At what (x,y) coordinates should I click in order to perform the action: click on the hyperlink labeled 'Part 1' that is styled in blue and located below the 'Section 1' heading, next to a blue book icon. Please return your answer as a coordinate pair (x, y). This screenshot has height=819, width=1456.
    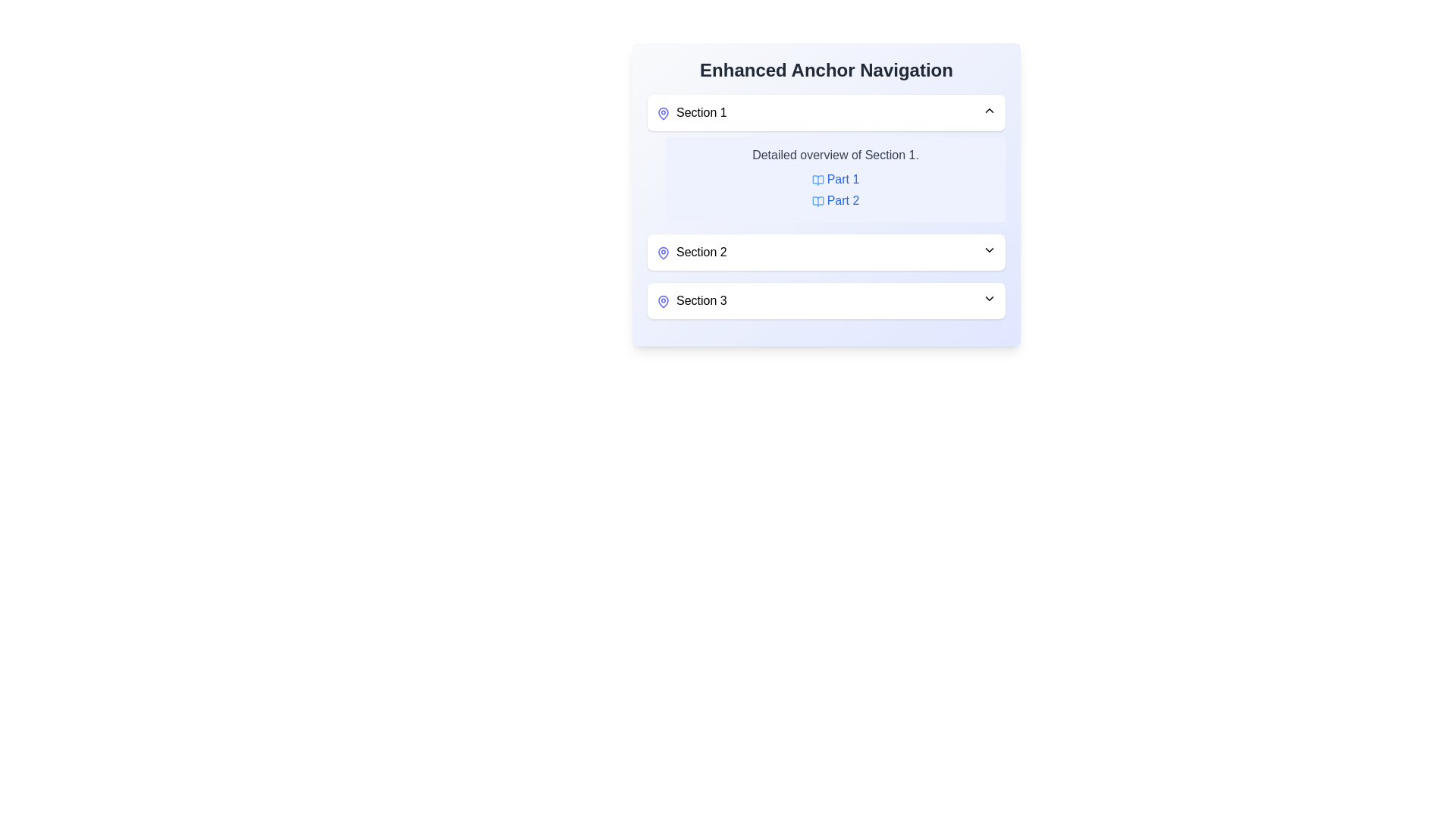
    Looking at the image, I should click on (835, 178).